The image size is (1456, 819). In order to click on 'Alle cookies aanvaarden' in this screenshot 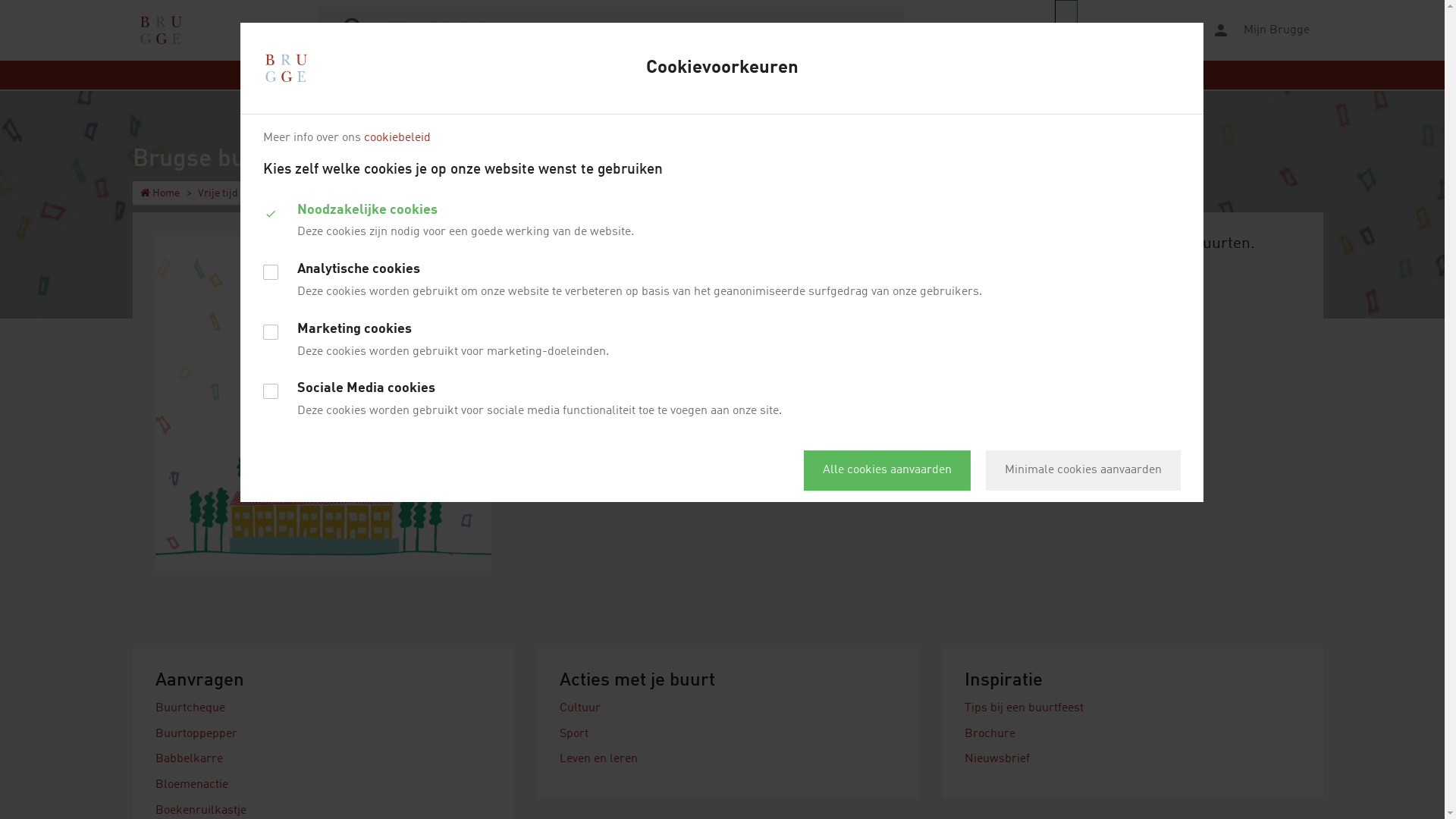, I will do `click(887, 469)`.